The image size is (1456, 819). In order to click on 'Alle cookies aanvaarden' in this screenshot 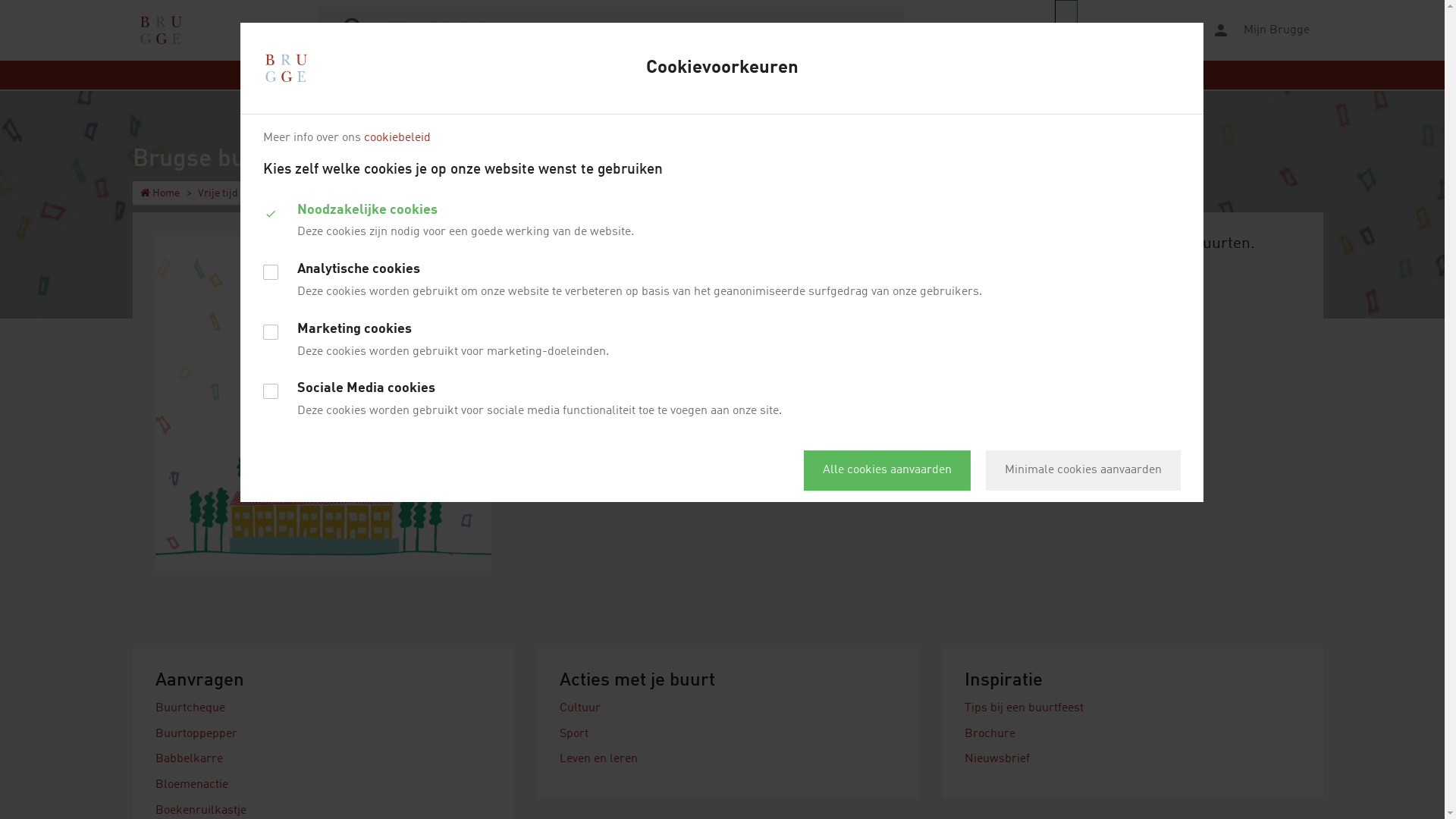, I will do `click(887, 469)`.